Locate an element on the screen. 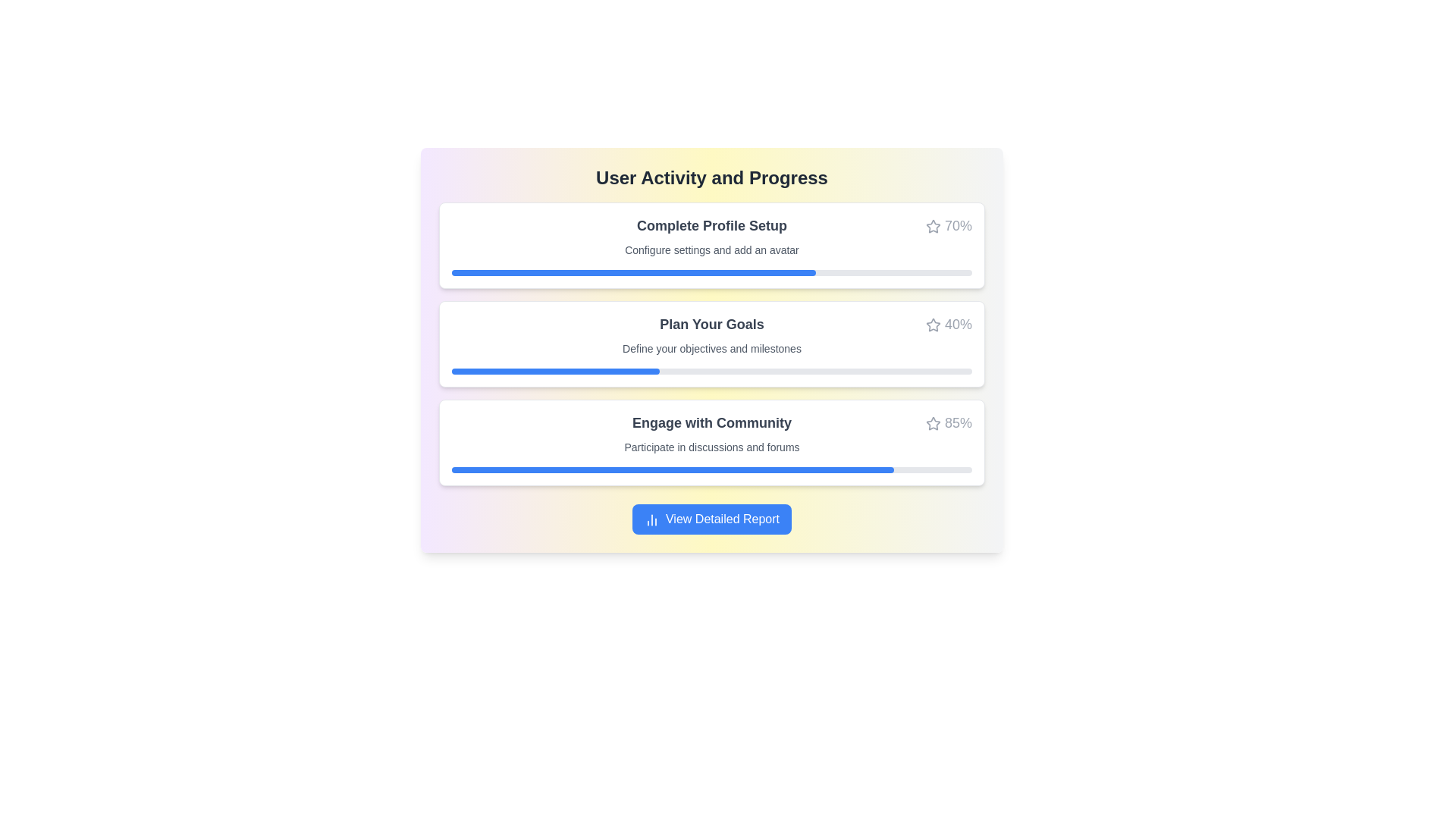  the progress bar indicator that visually represents 40% completion of the task in the 'Plan Your Goals' section, located below the corresponding text is located at coordinates (555, 371).